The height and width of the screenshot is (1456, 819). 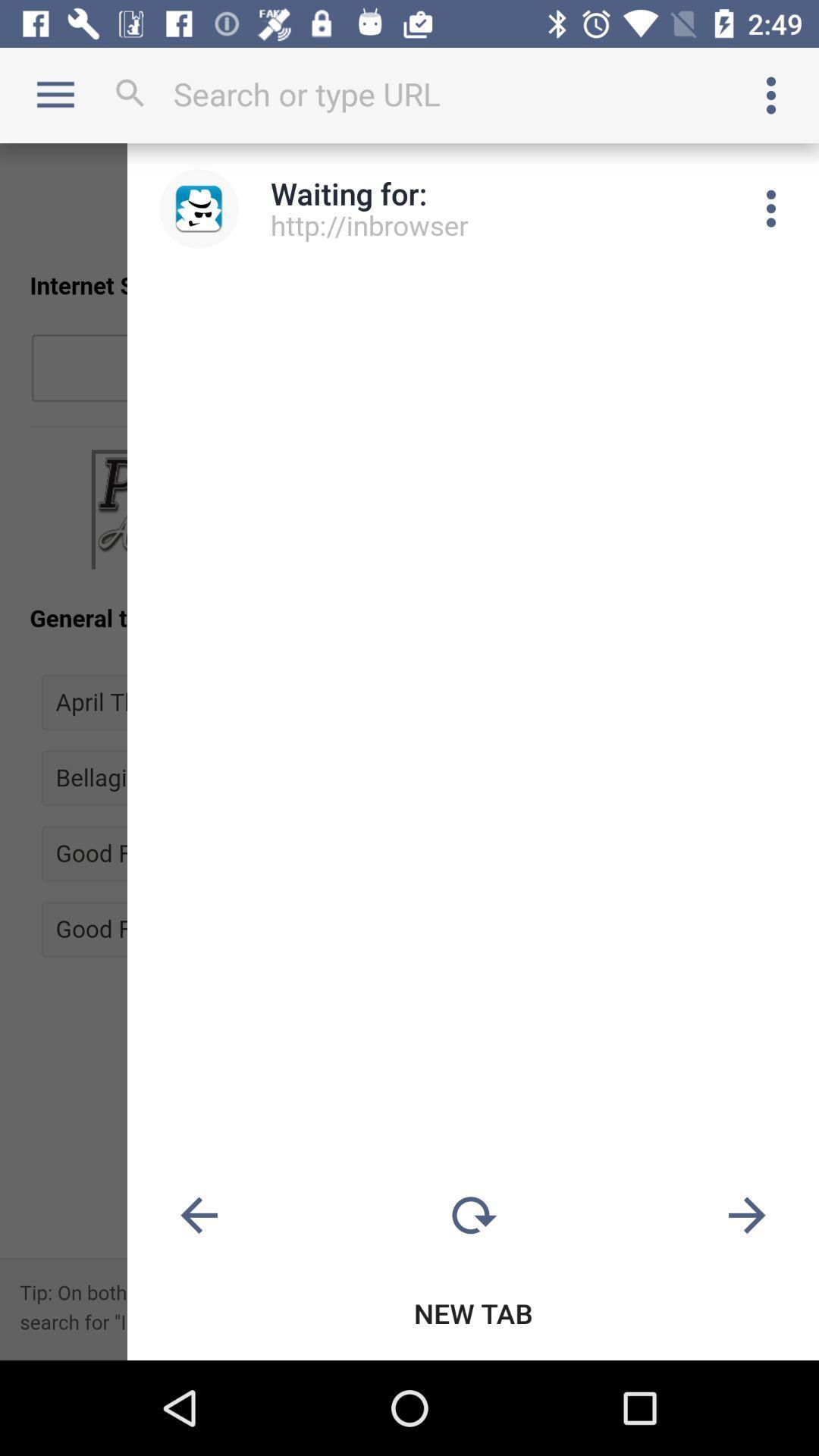 What do you see at coordinates (771, 208) in the screenshot?
I see `item to the right of http://inbrowser` at bounding box center [771, 208].